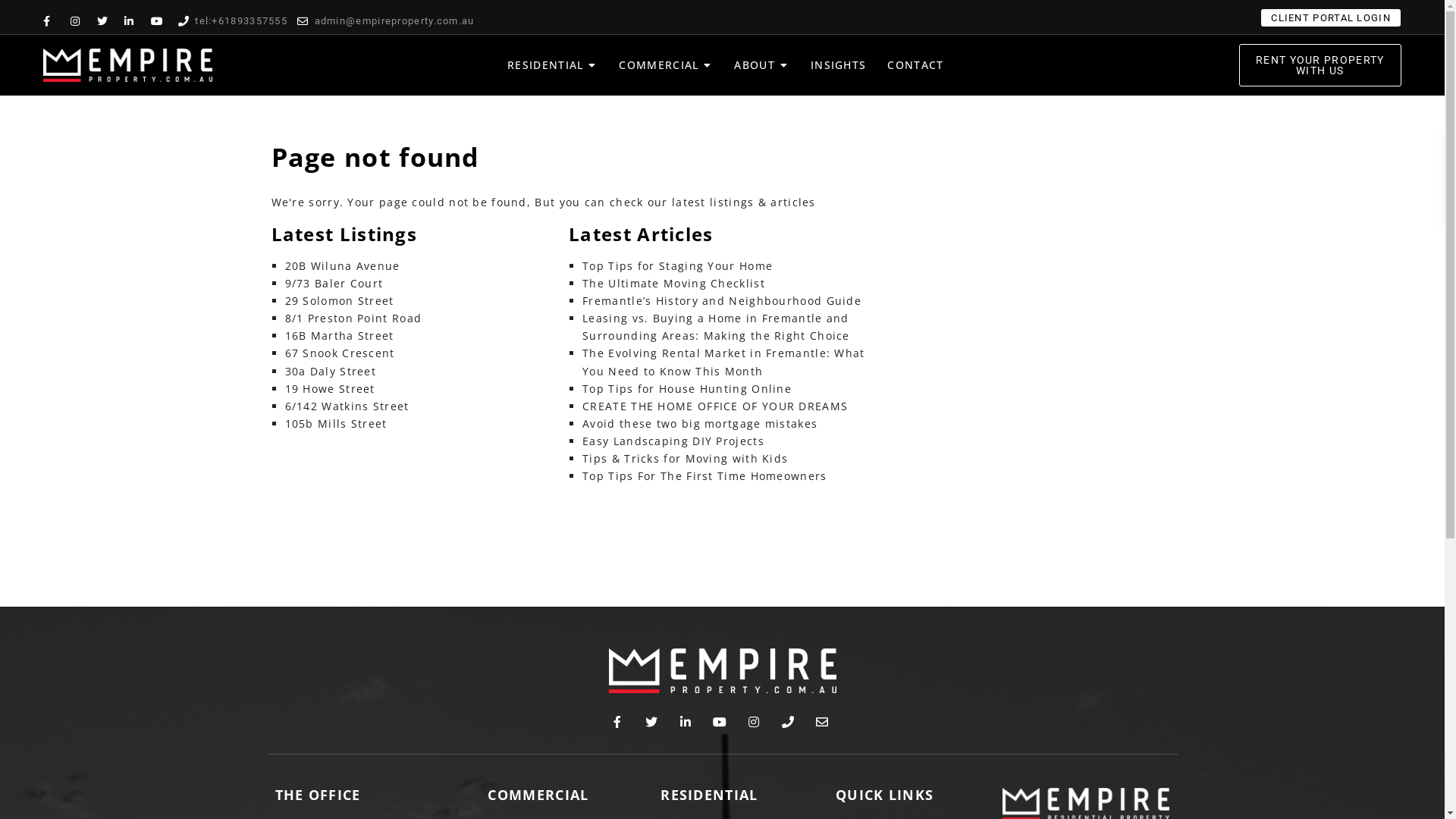 Image resolution: width=1456 pixels, height=819 pixels. Describe the element at coordinates (582, 441) in the screenshot. I see `'Easy Landscaping DIY Projects'` at that location.